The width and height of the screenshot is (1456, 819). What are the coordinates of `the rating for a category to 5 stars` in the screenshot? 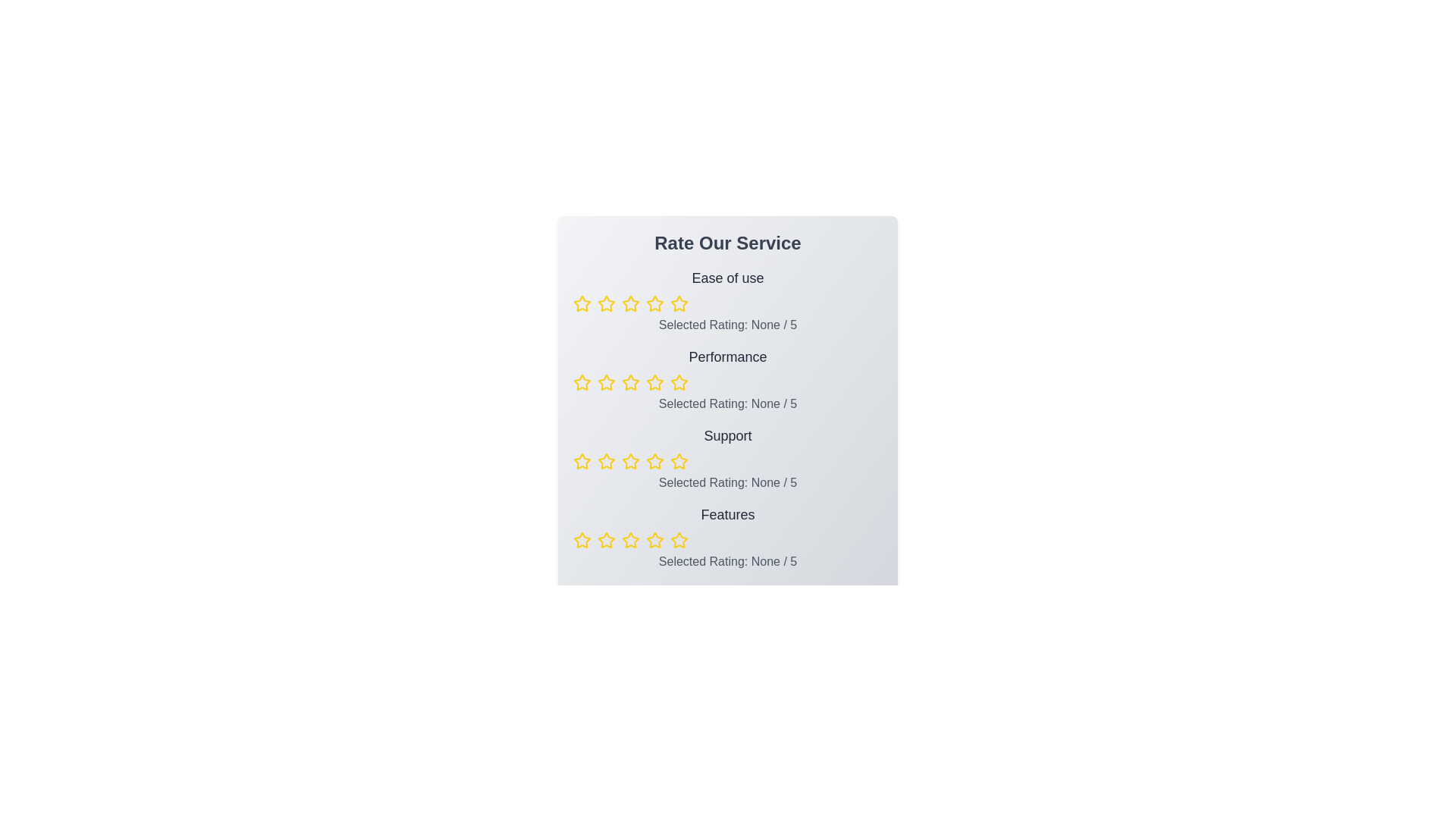 It's located at (679, 304).